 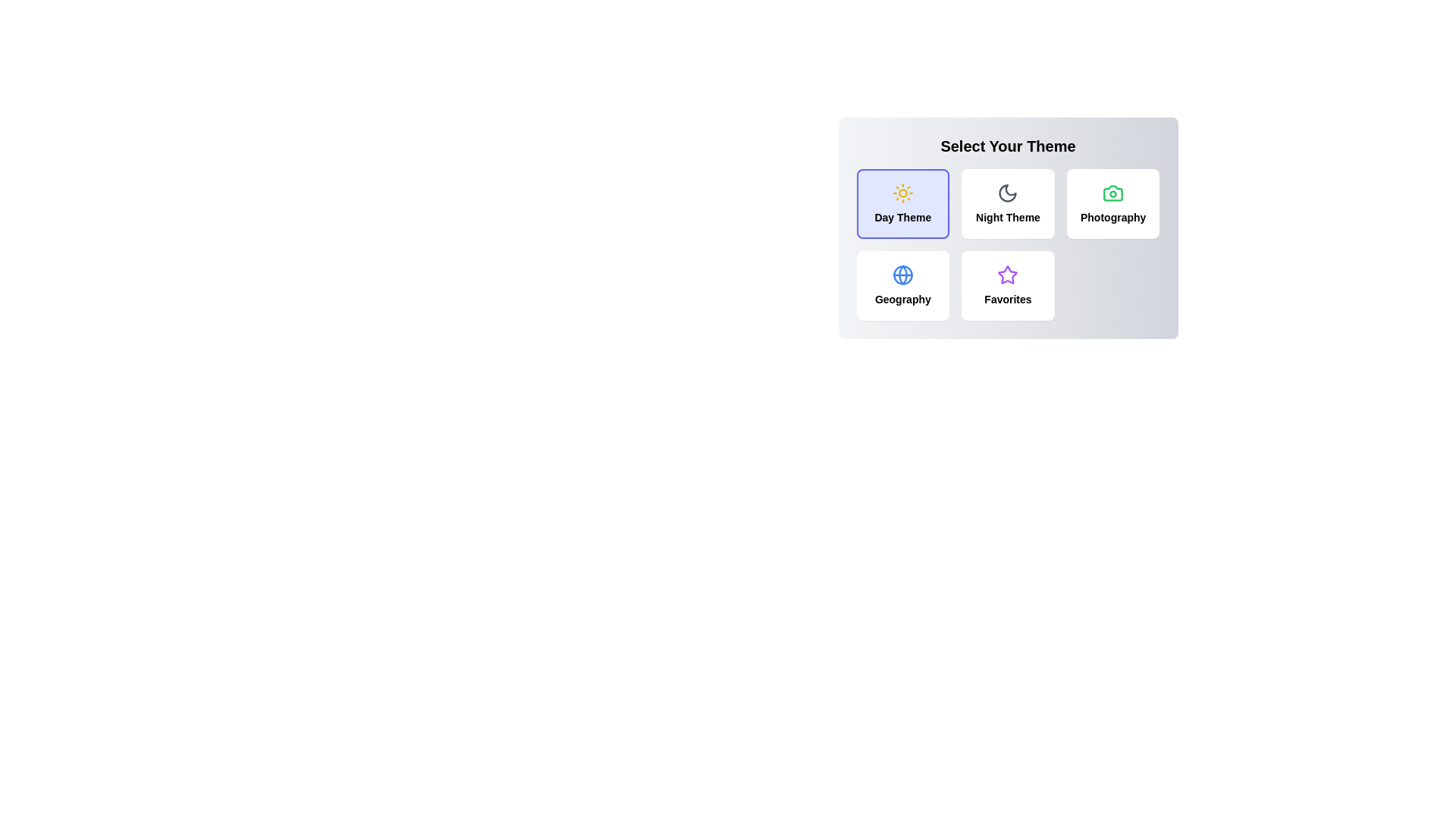 What do you see at coordinates (1008, 275) in the screenshot?
I see `the star icon that signifies favorites, located within the 'Favorites' button in the second row, second column of the theme selection area` at bounding box center [1008, 275].